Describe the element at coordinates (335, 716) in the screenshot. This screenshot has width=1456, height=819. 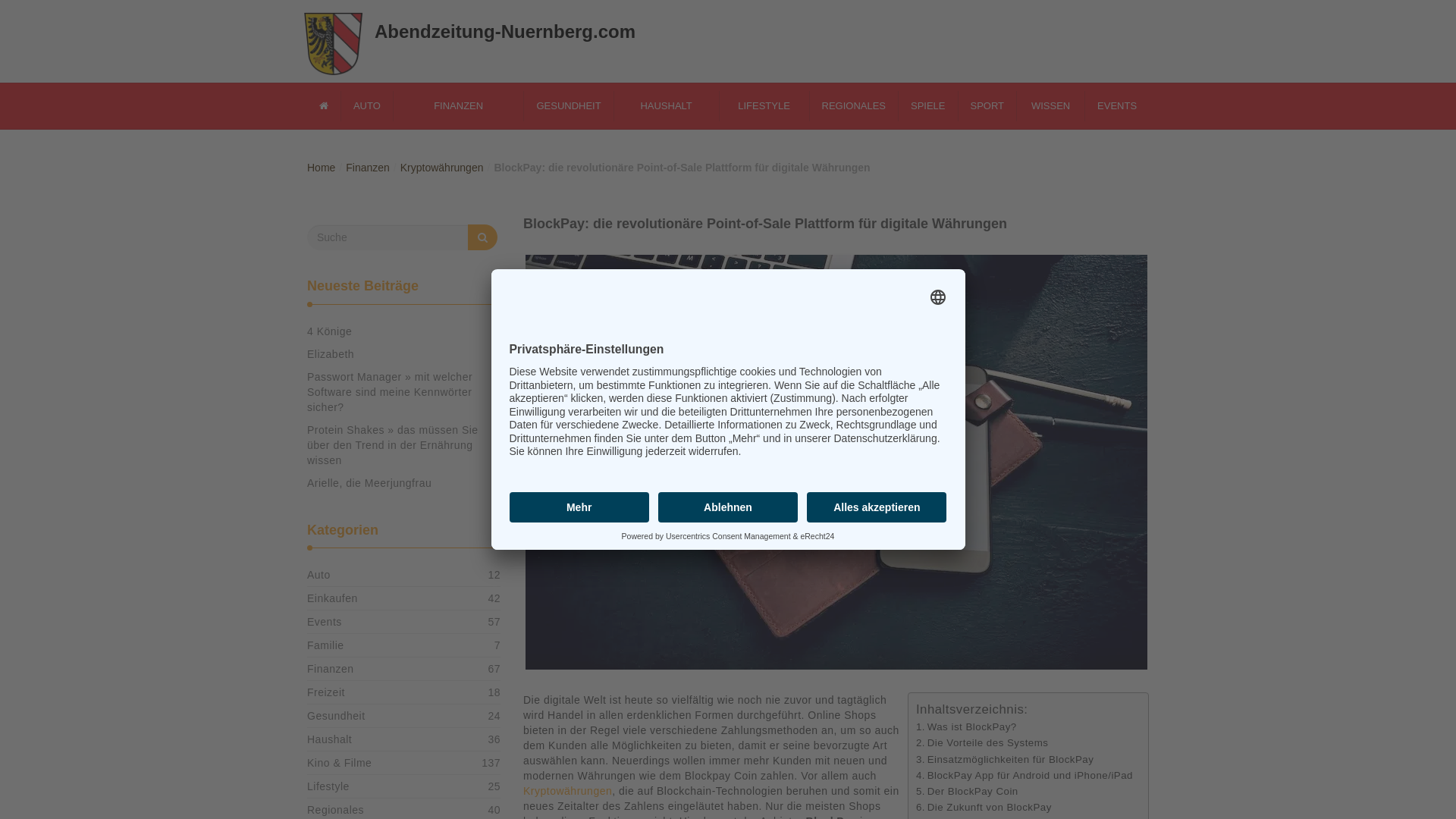
I see `'Gesundheit` at that location.